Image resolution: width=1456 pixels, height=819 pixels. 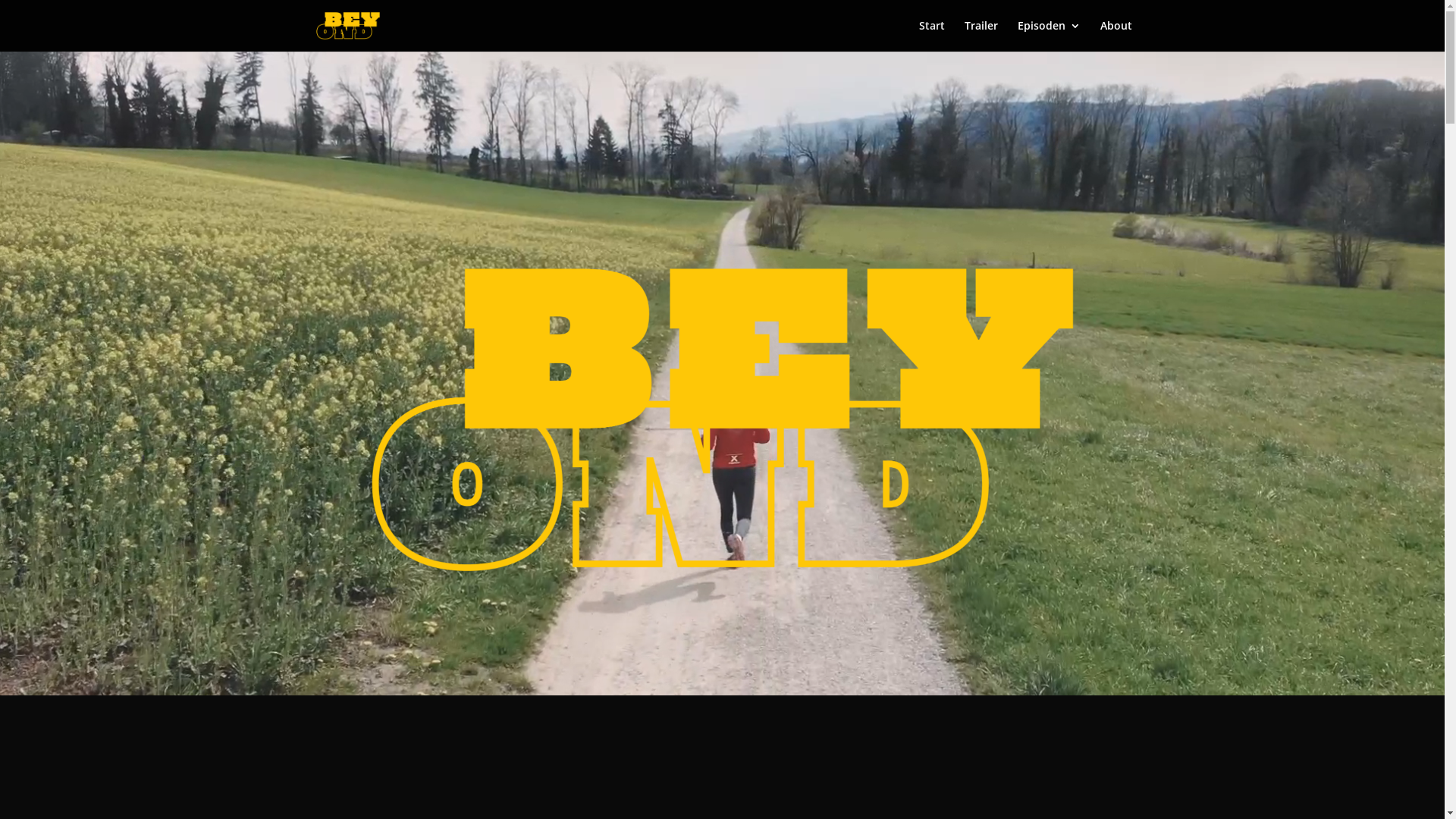 What do you see at coordinates (721, 419) in the screenshot?
I see `'cropped-Beyond_Logo1-1.png'` at bounding box center [721, 419].